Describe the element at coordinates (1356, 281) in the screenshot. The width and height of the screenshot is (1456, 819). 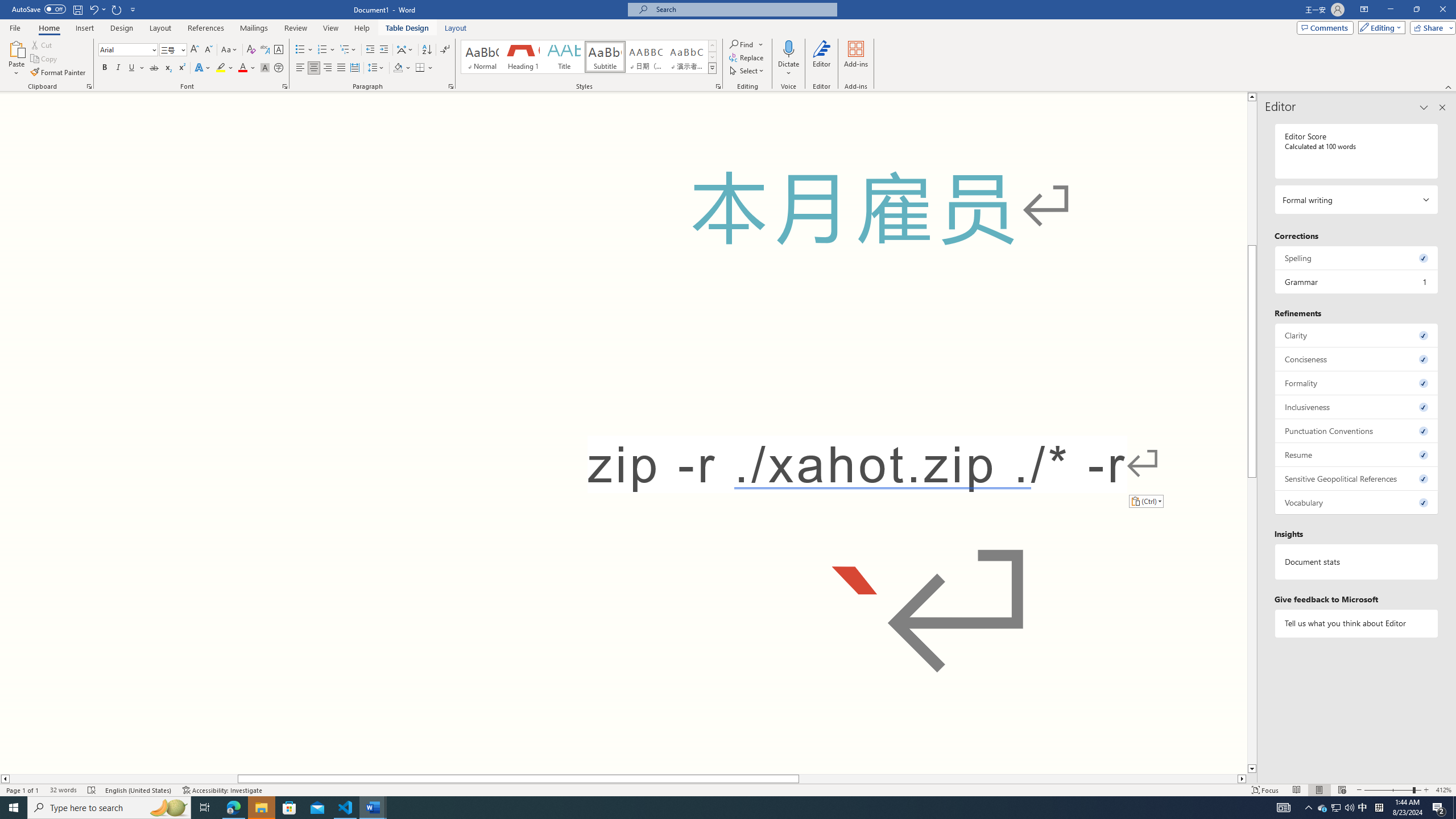
I see `'Grammar, 1 issue. Press space or enter to review items.'` at that location.